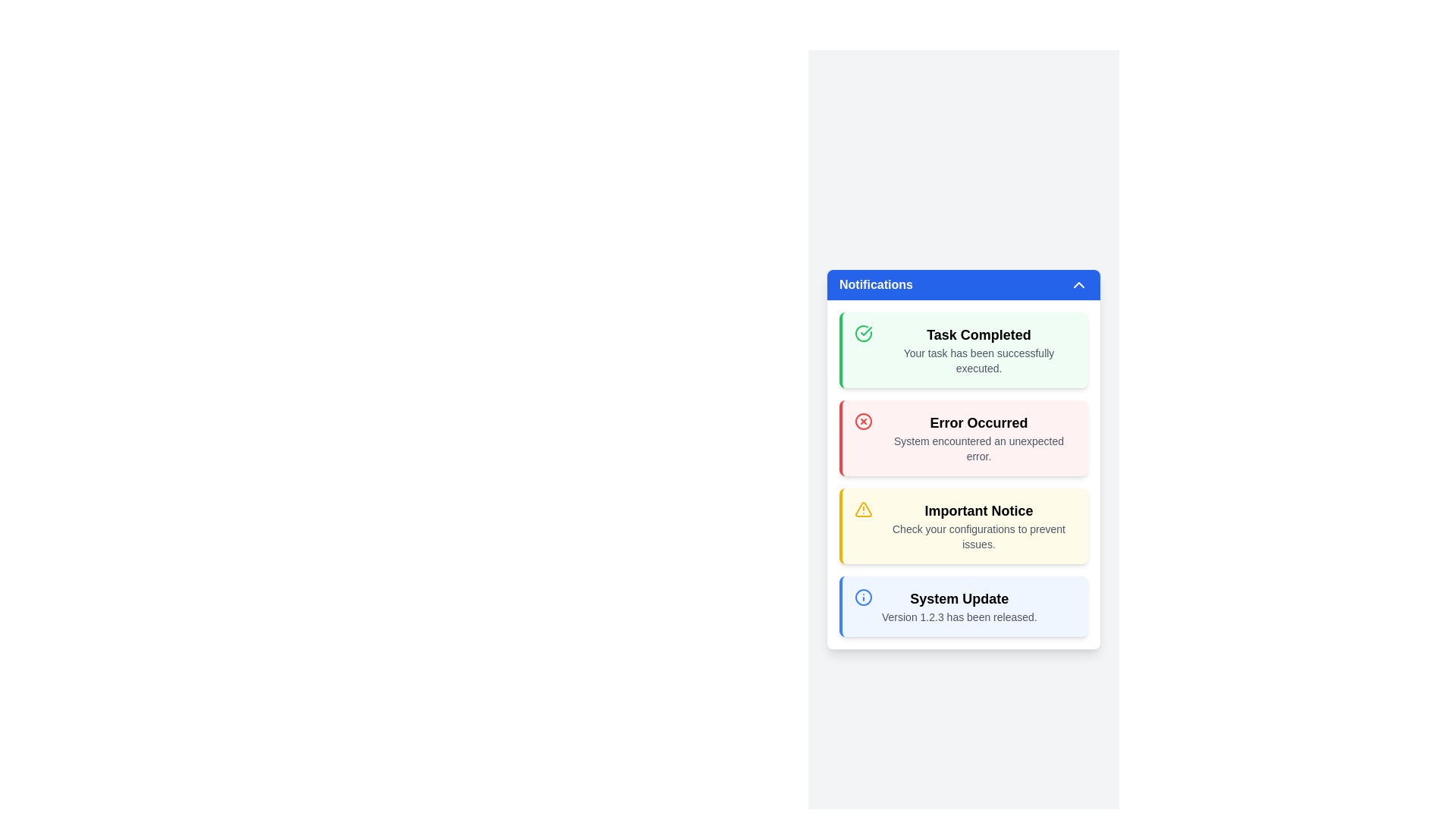 The image size is (1456, 819). What do you see at coordinates (863, 332) in the screenshot?
I see `the success confirmation icon representing the 'Task Completed' notification located at the top left corner of the card` at bounding box center [863, 332].